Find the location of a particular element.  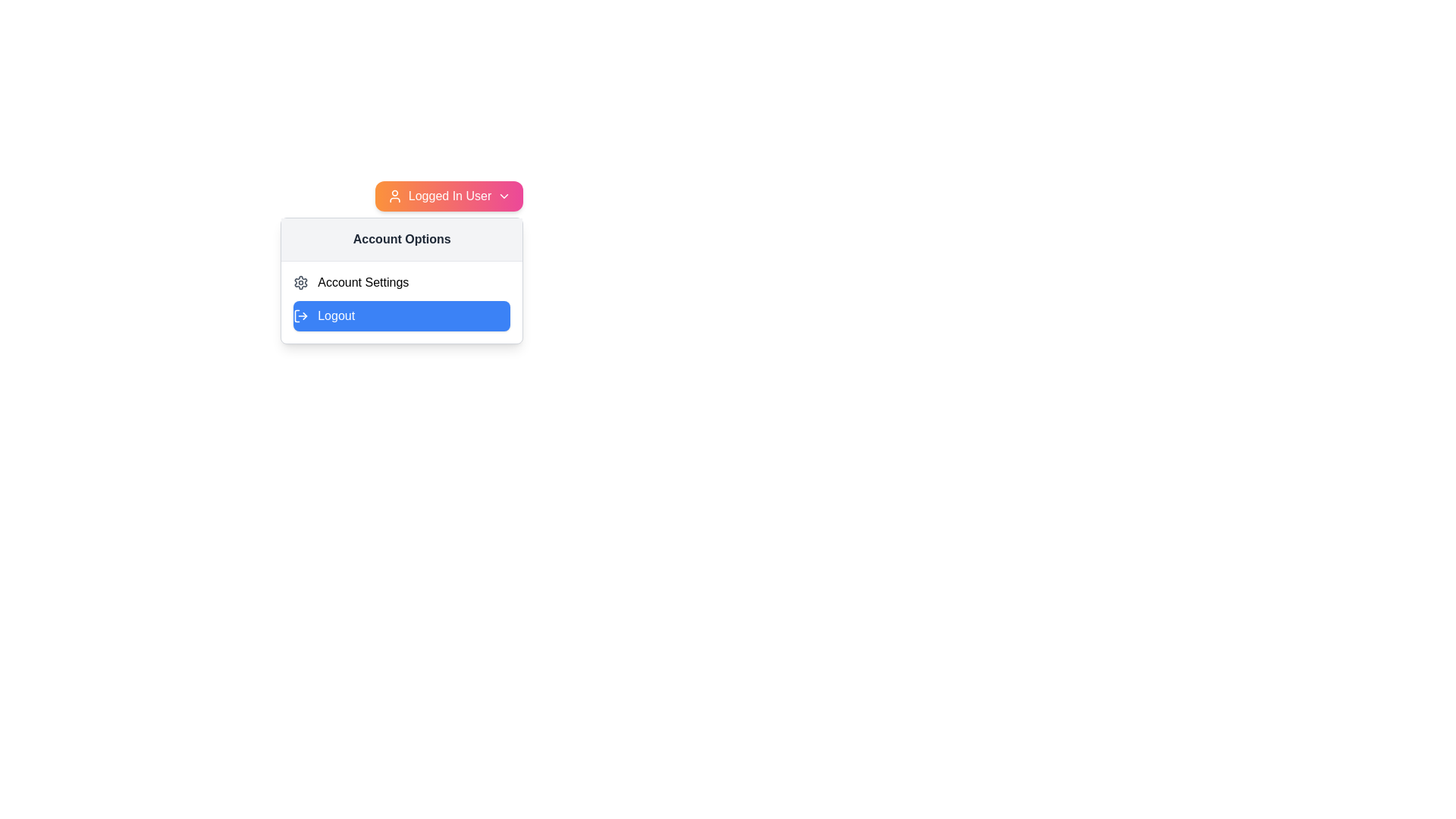

the 'Account Settings' icon located in the top left segment of the dropdown menu under 'Account Options' is located at coordinates (301, 283).